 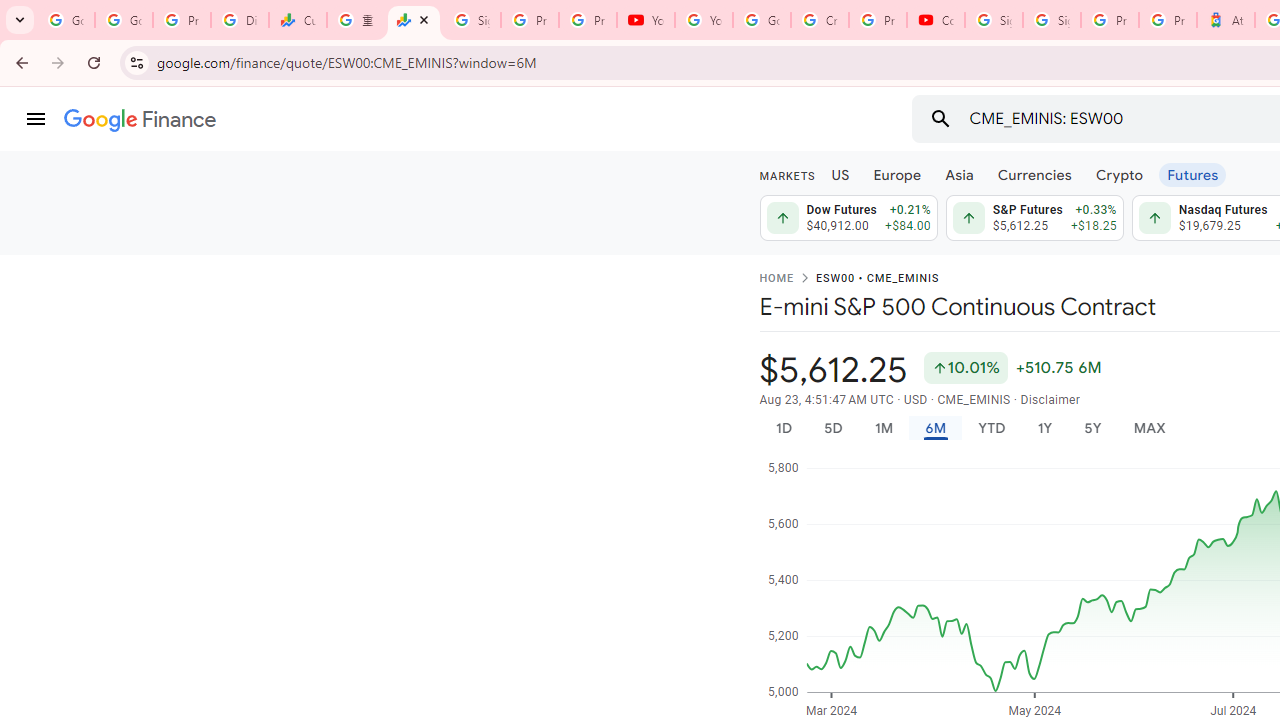 I want to click on 'Google Account Help', so click(x=761, y=20).